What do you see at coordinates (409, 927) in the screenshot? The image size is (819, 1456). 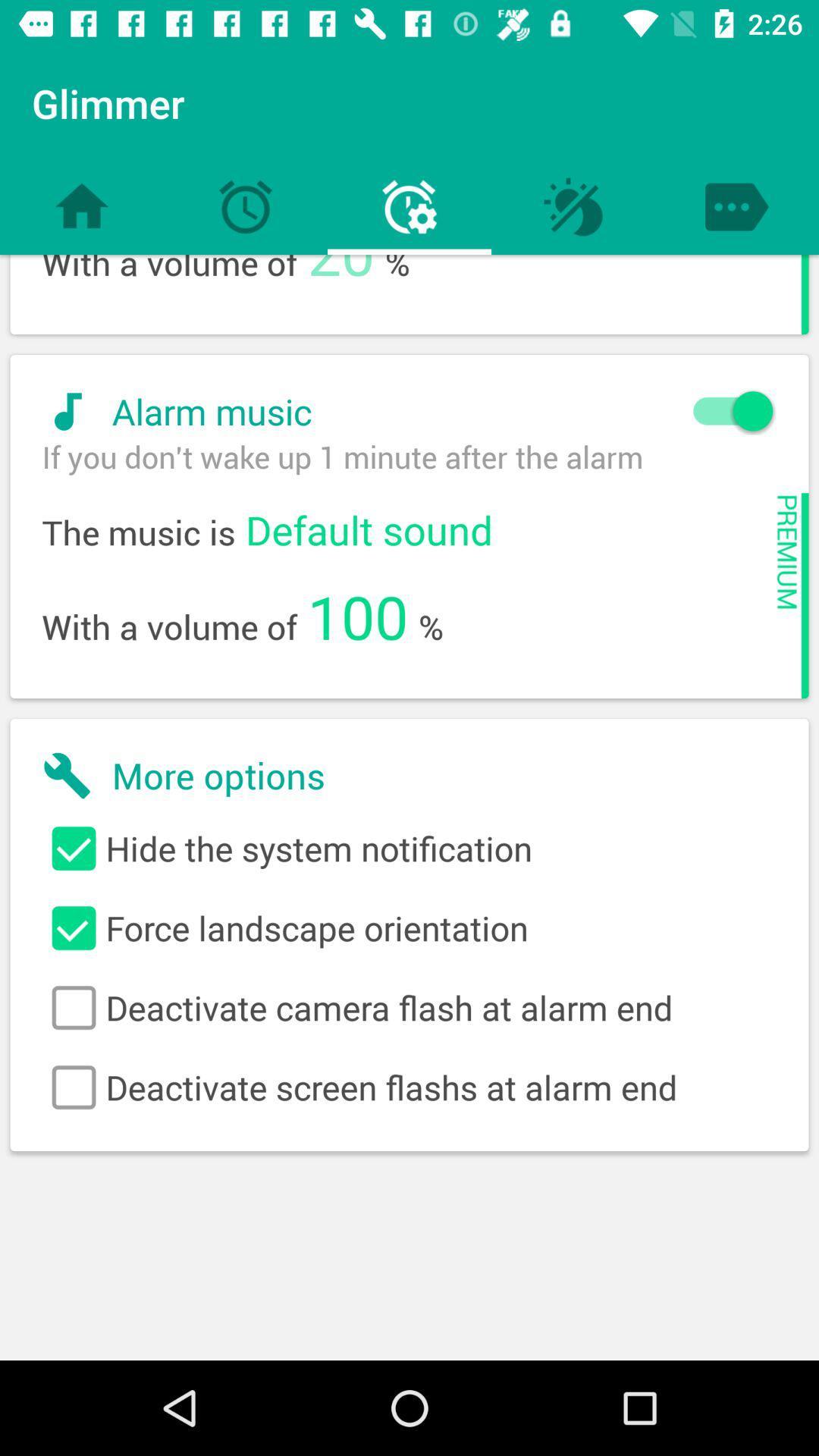 I see `the item below hide the system` at bounding box center [409, 927].